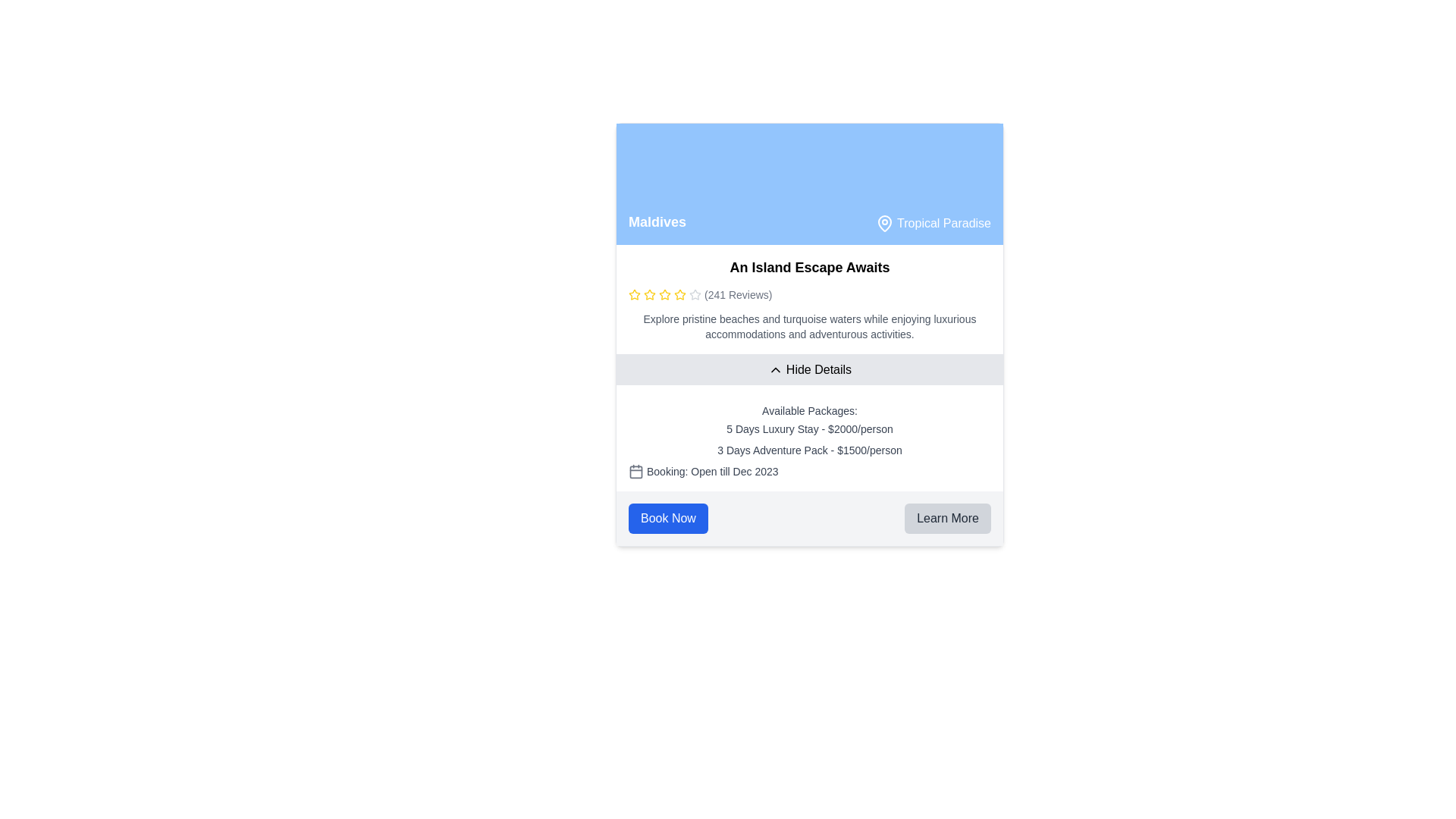 The width and height of the screenshot is (1456, 819). I want to click on the icon representing the location or destination adjacent to the text 'Tropical Paradise' at the top of the card, so click(885, 223).